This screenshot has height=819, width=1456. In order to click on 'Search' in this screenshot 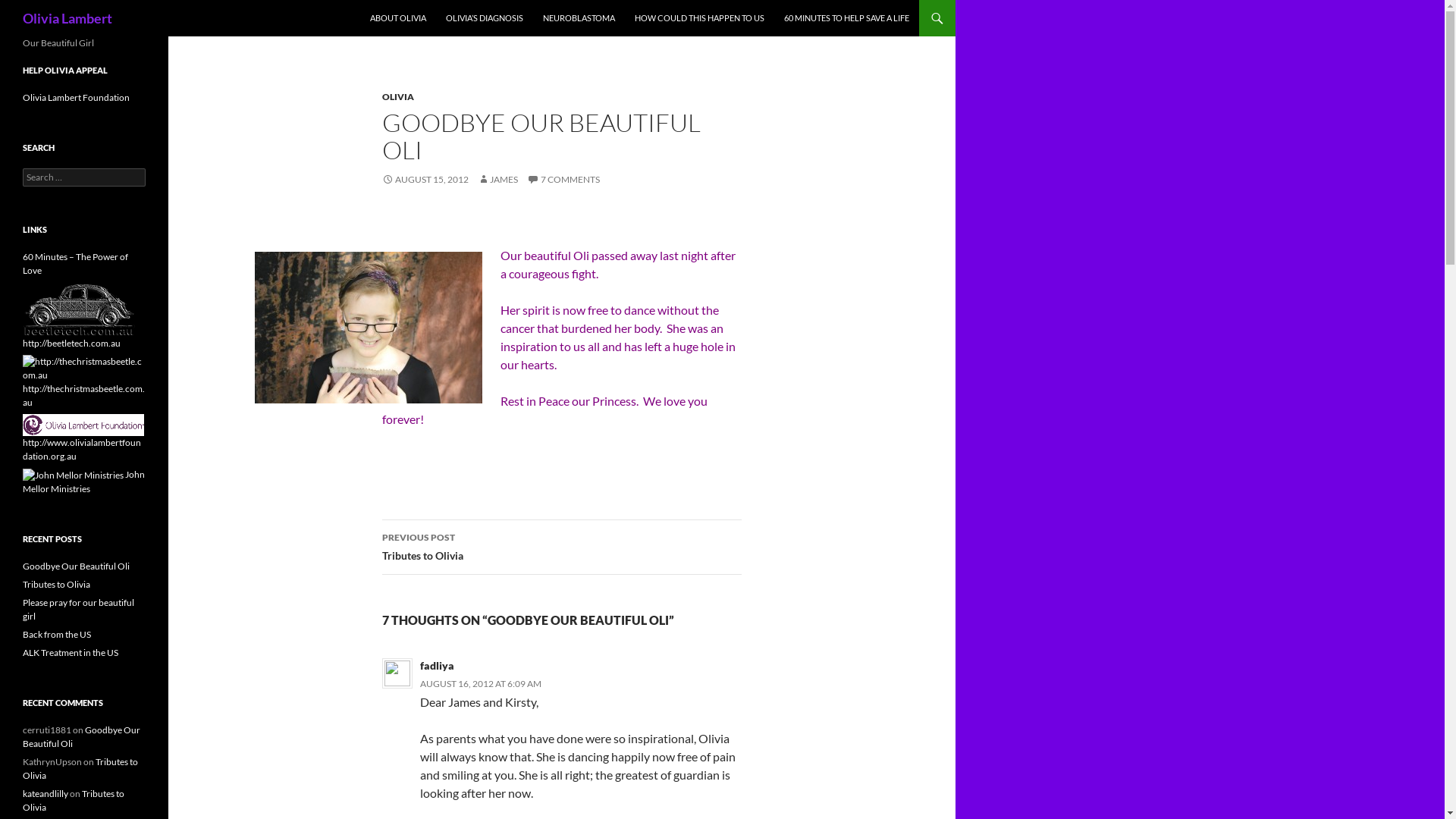, I will do `click(4, 0)`.